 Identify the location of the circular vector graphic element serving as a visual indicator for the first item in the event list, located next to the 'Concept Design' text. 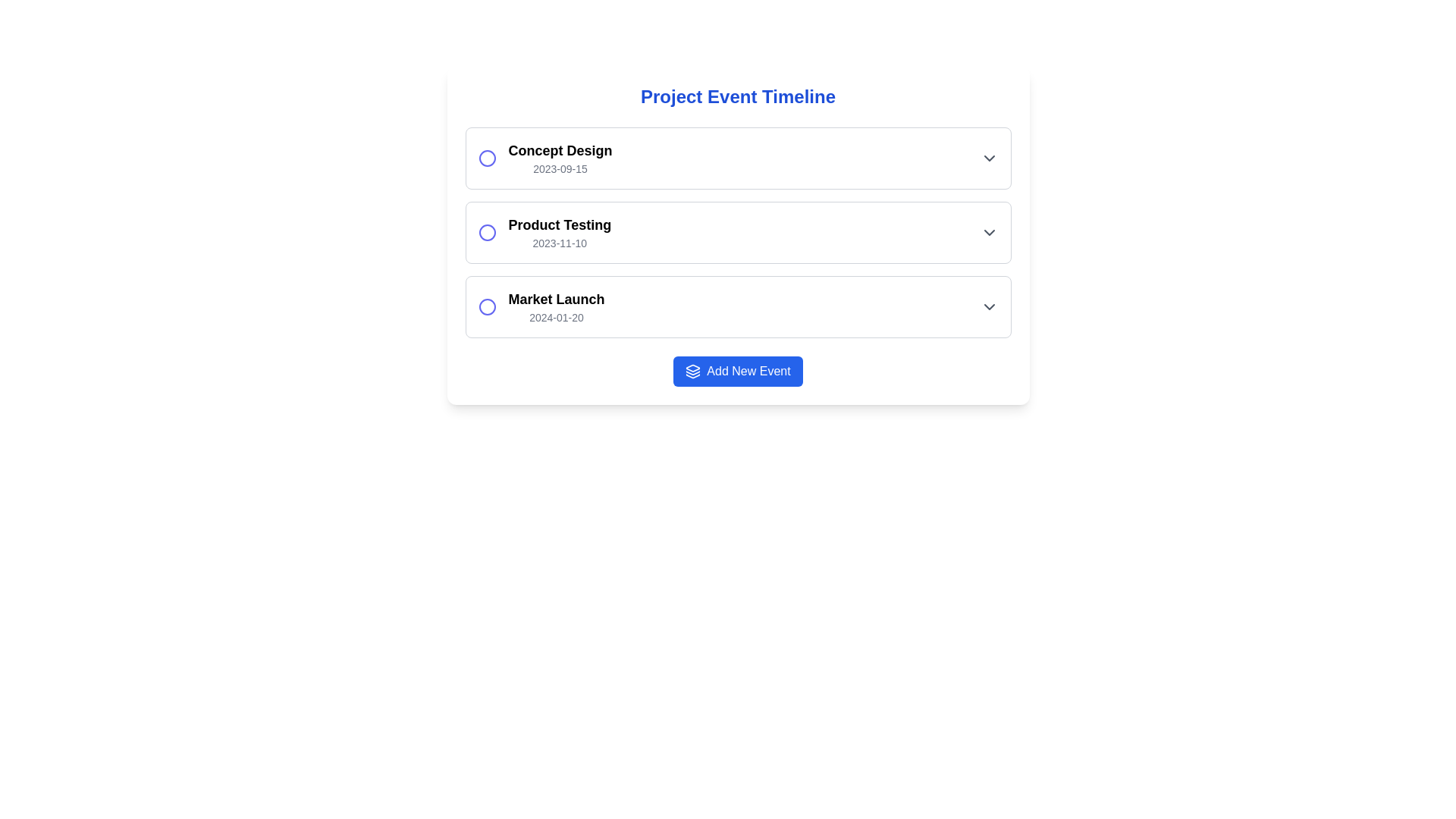
(487, 158).